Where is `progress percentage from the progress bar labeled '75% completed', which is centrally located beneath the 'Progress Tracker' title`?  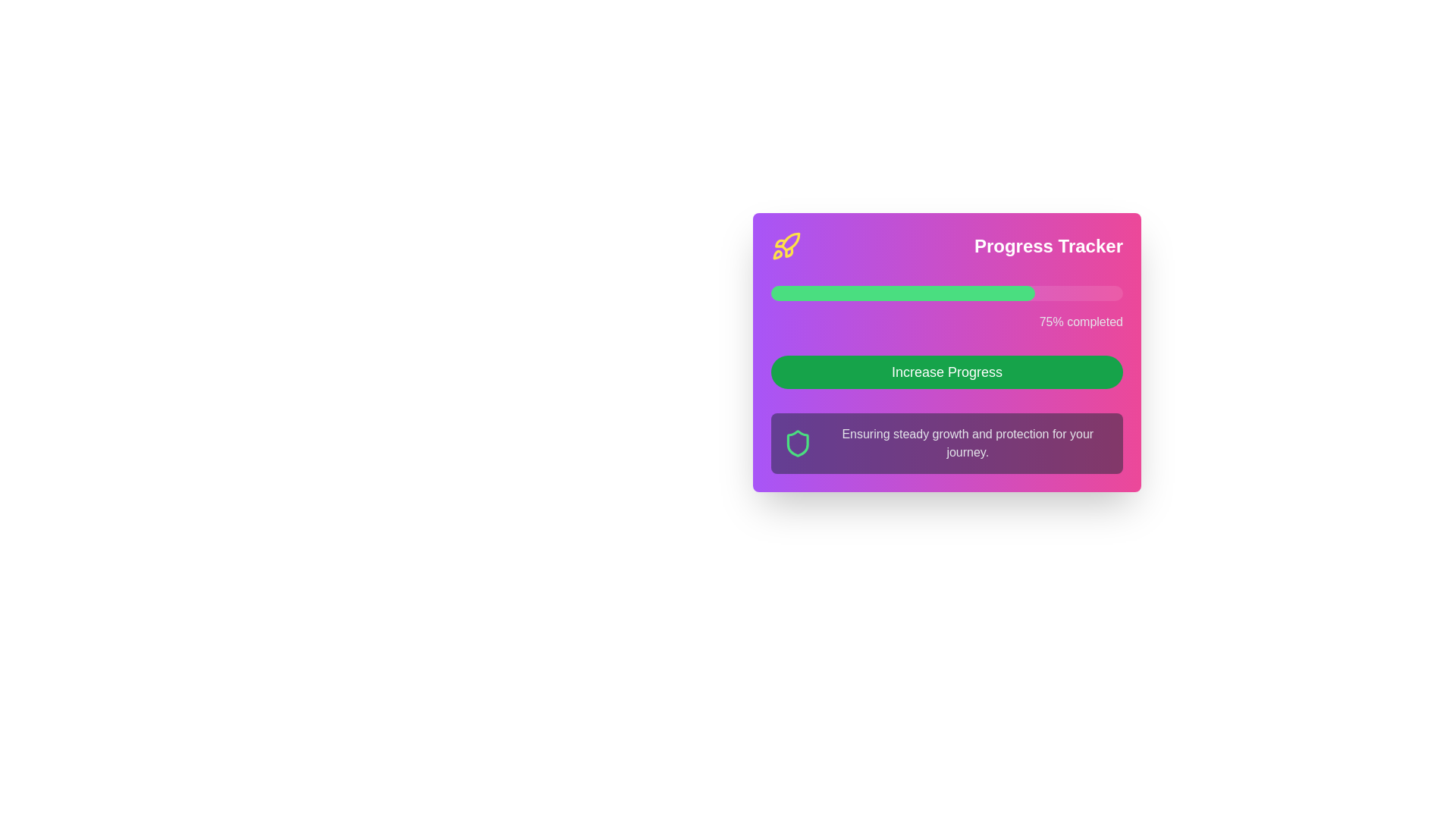 progress percentage from the progress bar labeled '75% completed', which is centrally located beneath the 'Progress Tracker' title is located at coordinates (946, 308).